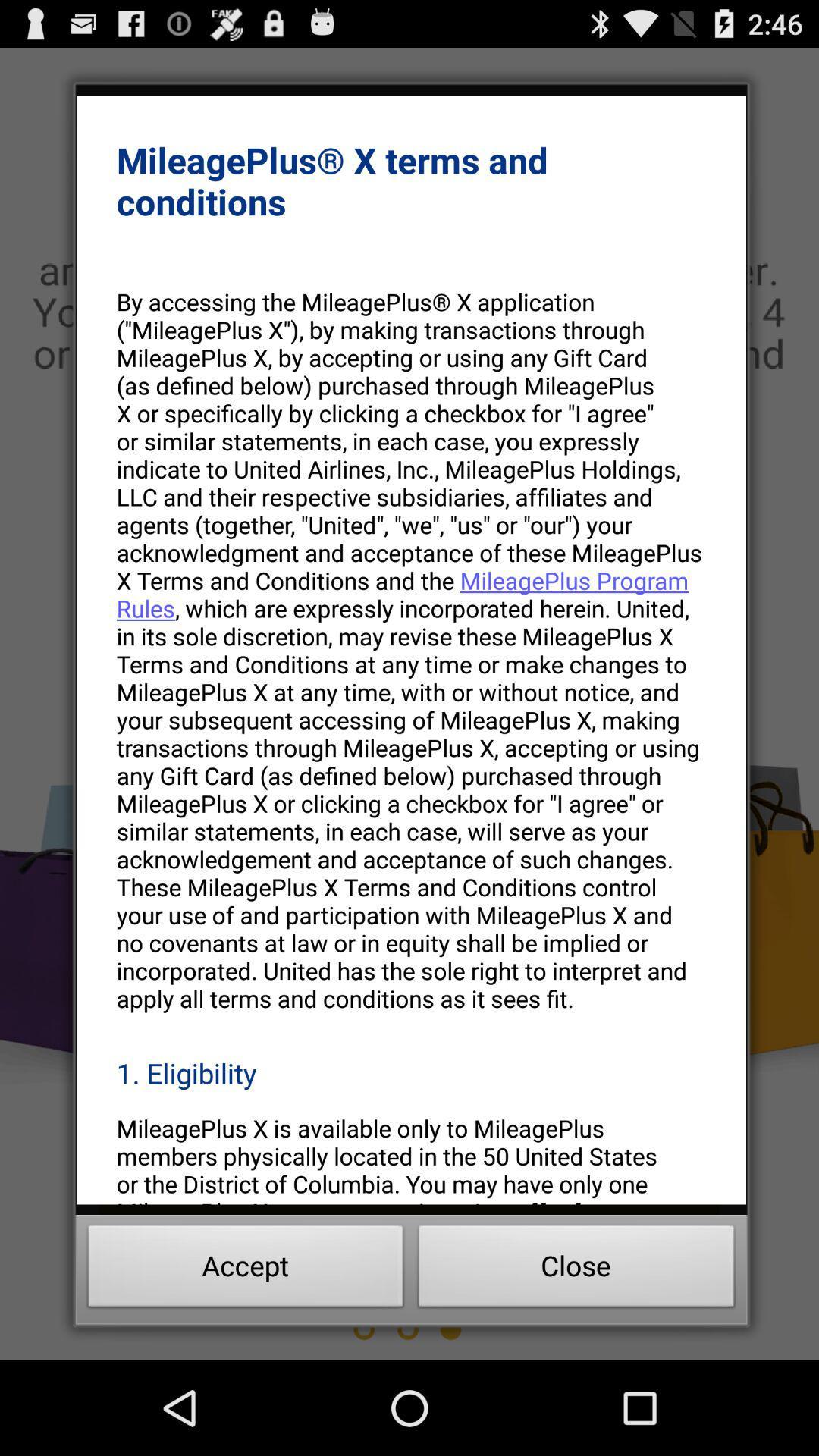 This screenshot has width=819, height=1456. Describe the element at coordinates (411, 650) in the screenshot. I see `item at the center` at that location.